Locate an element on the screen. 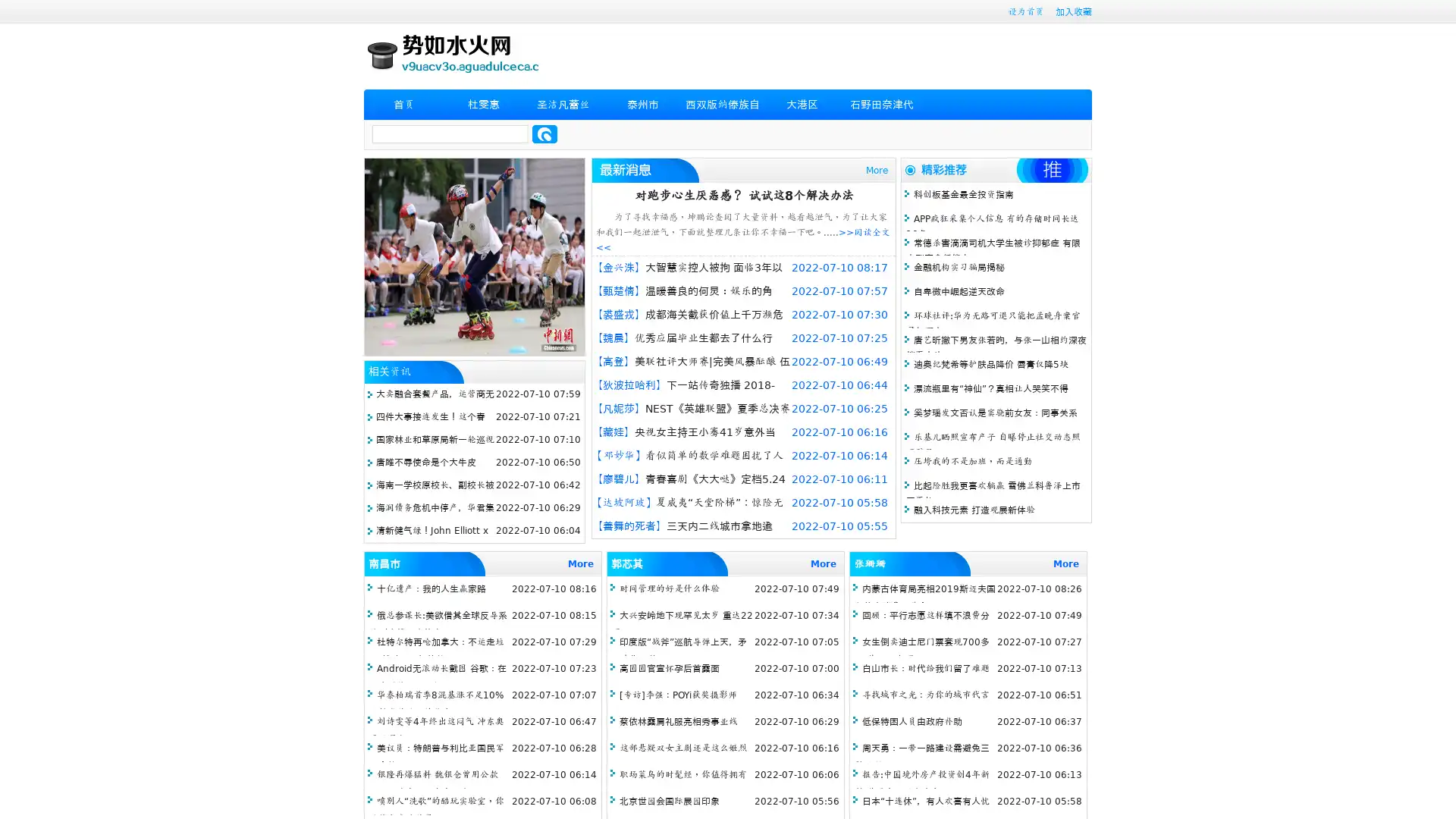 This screenshot has width=1456, height=819. Search is located at coordinates (544, 133).